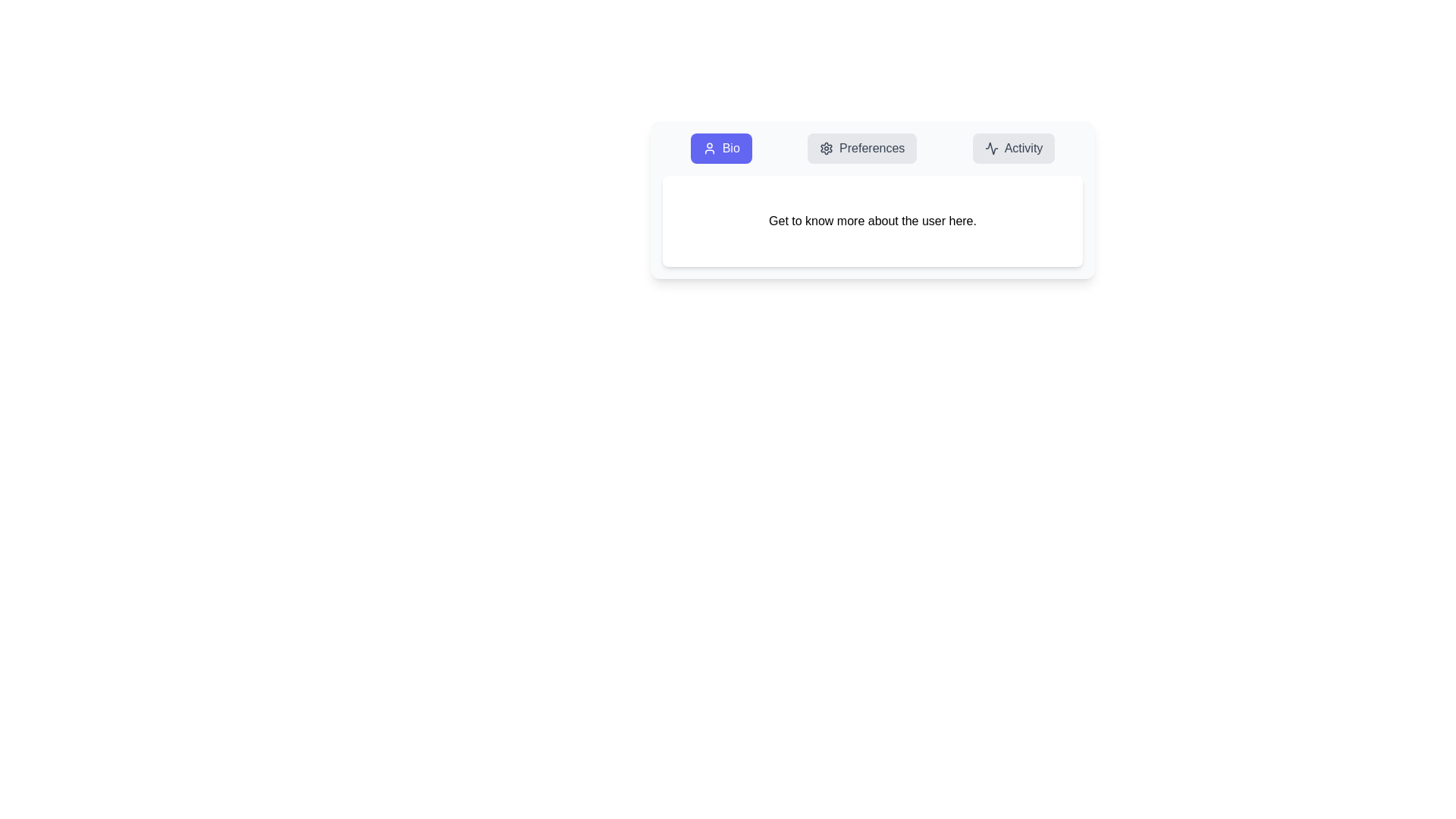  Describe the element at coordinates (862, 149) in the screenshot. I see `the 'Preferences' tab to switch to the preferences section` at that location.